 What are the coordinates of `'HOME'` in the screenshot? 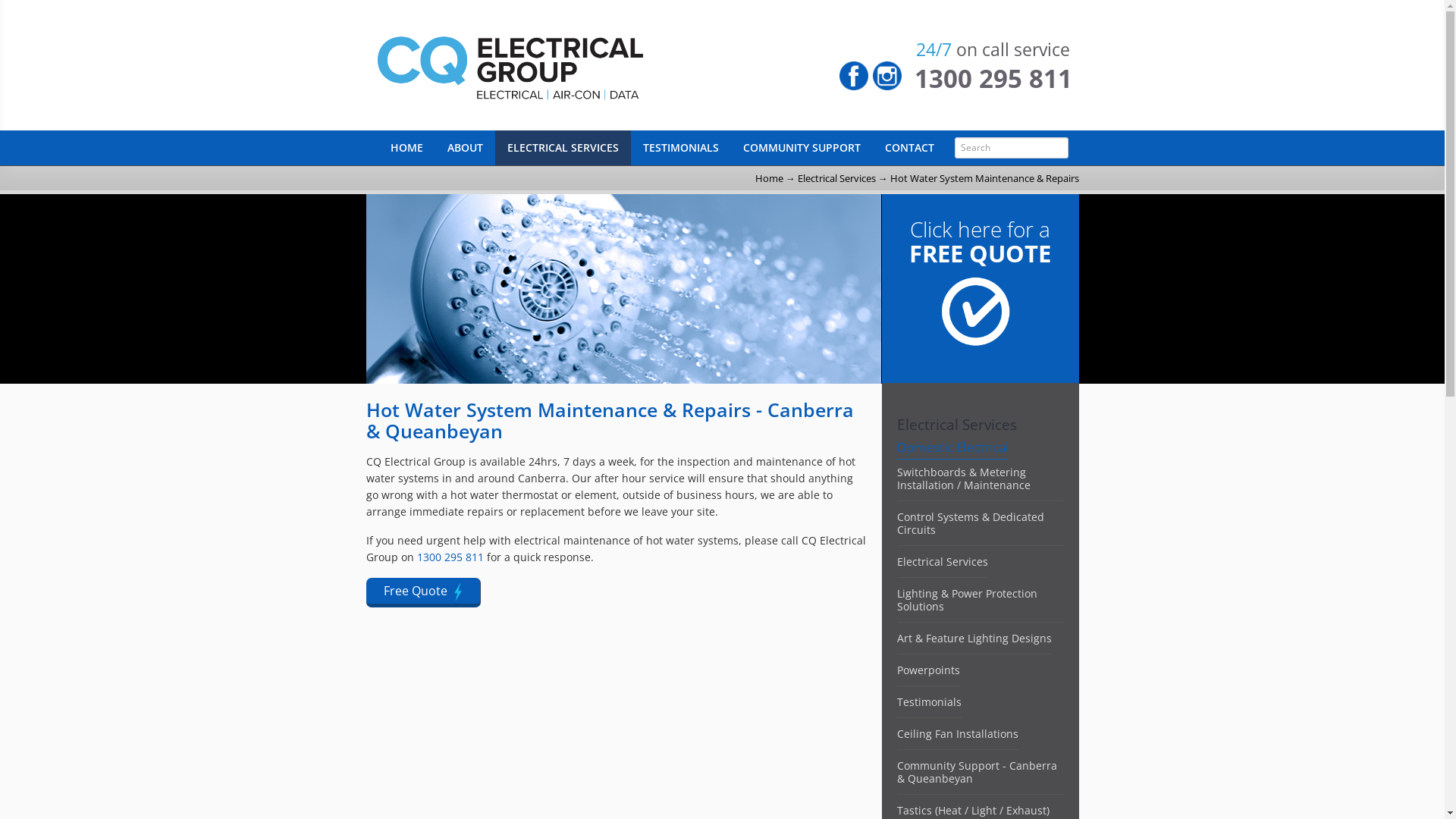 It's located at (378, 148).